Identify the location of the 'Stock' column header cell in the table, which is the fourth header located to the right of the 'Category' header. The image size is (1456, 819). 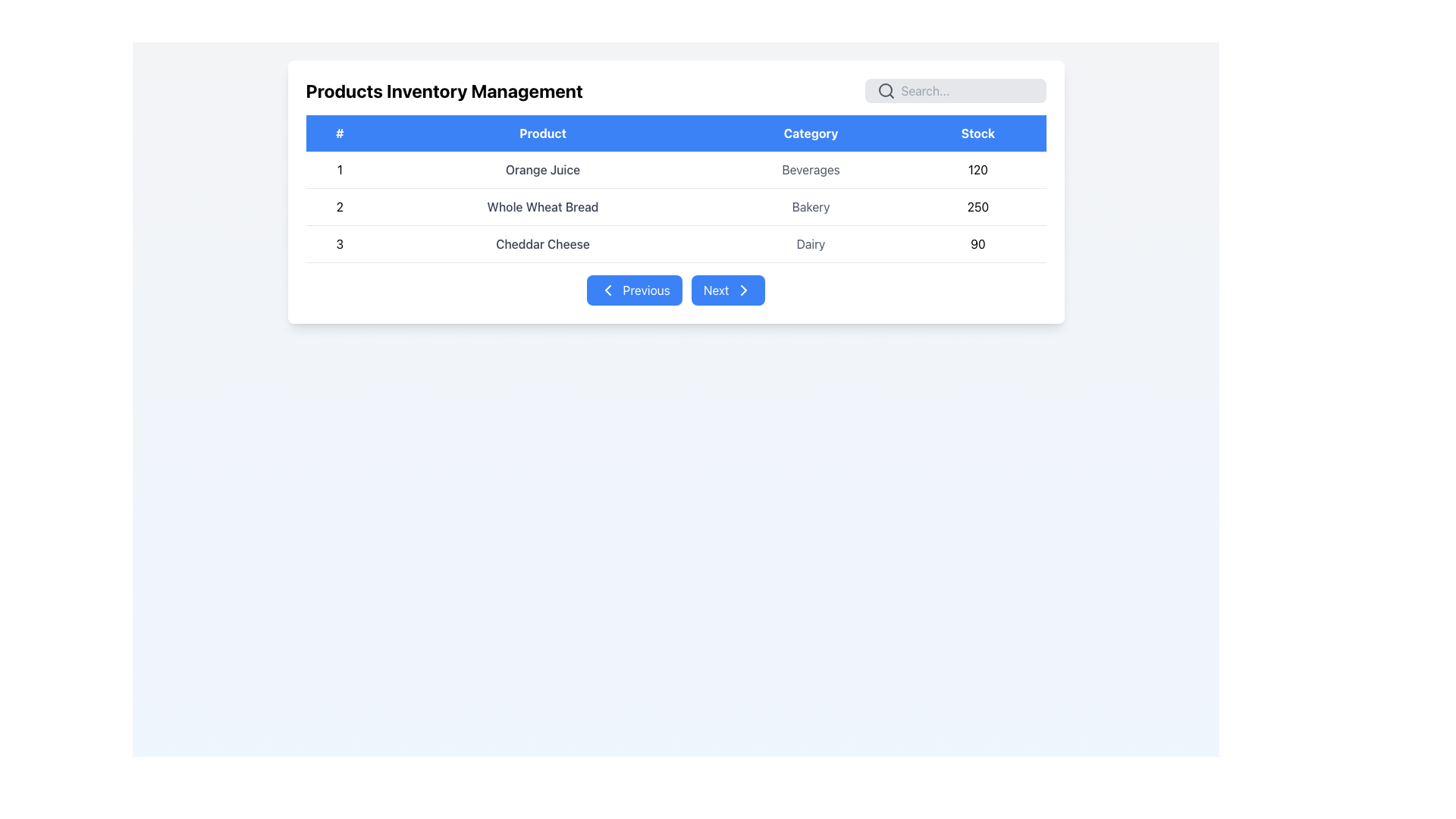
(977, 133).